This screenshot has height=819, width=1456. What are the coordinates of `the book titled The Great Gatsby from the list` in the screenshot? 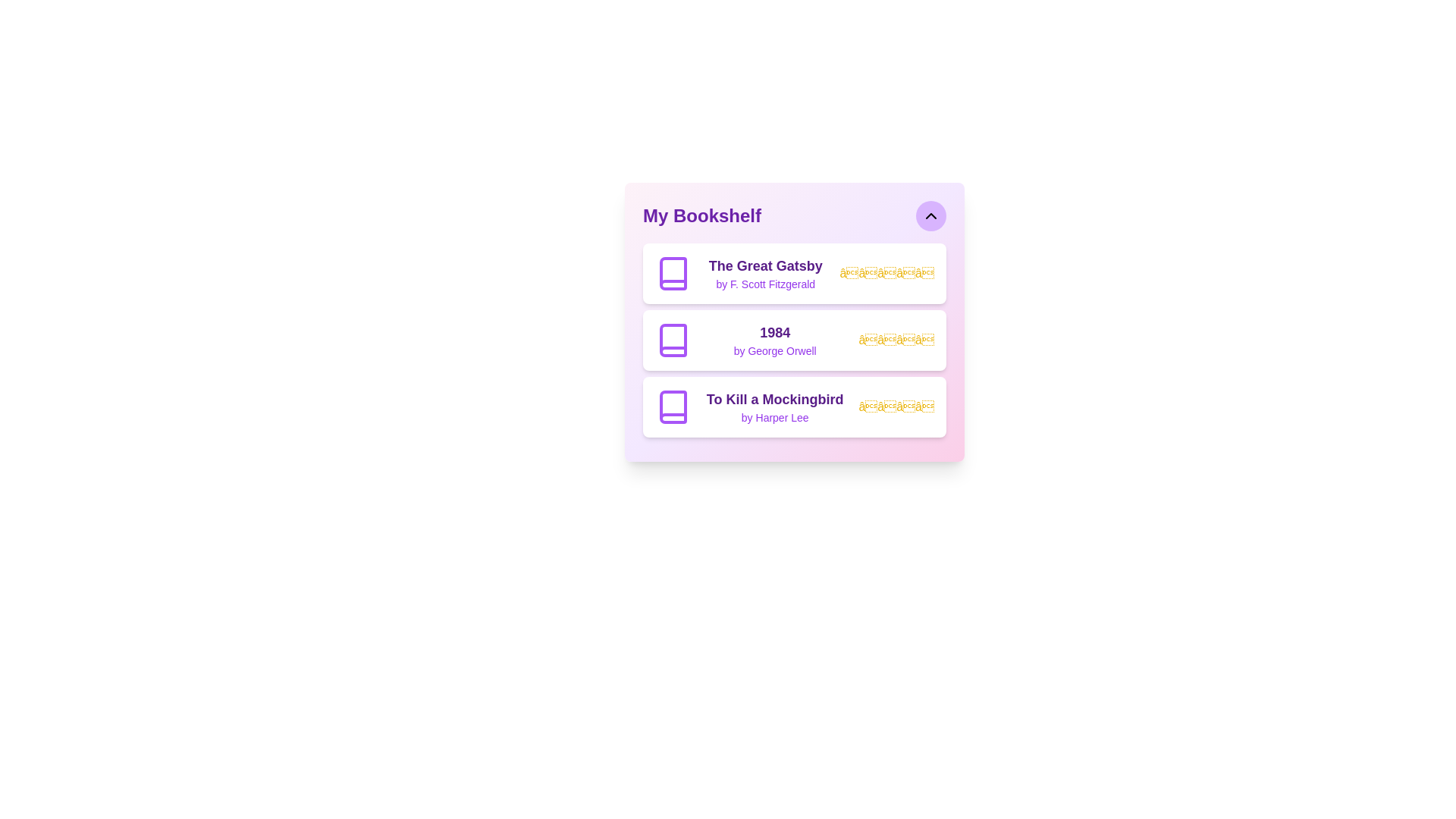 It's located at (793, 274).